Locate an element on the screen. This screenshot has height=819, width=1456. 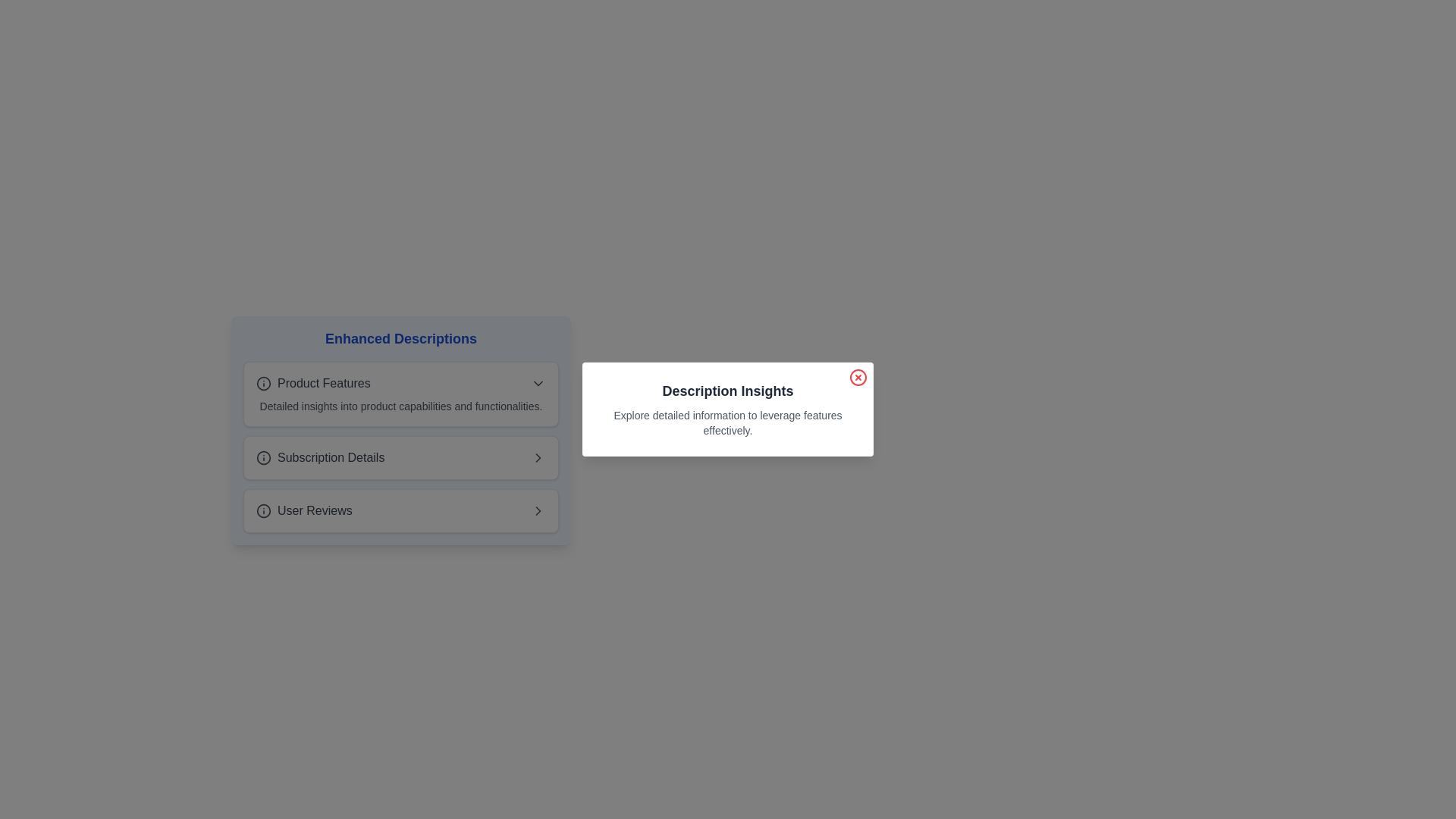
the small circular gray icon with an 'i' symbol, located to the left of the text 'User Reviews' in the third option row of the 'Enhanced Descriptions' card is located at coordinates (263, 511).